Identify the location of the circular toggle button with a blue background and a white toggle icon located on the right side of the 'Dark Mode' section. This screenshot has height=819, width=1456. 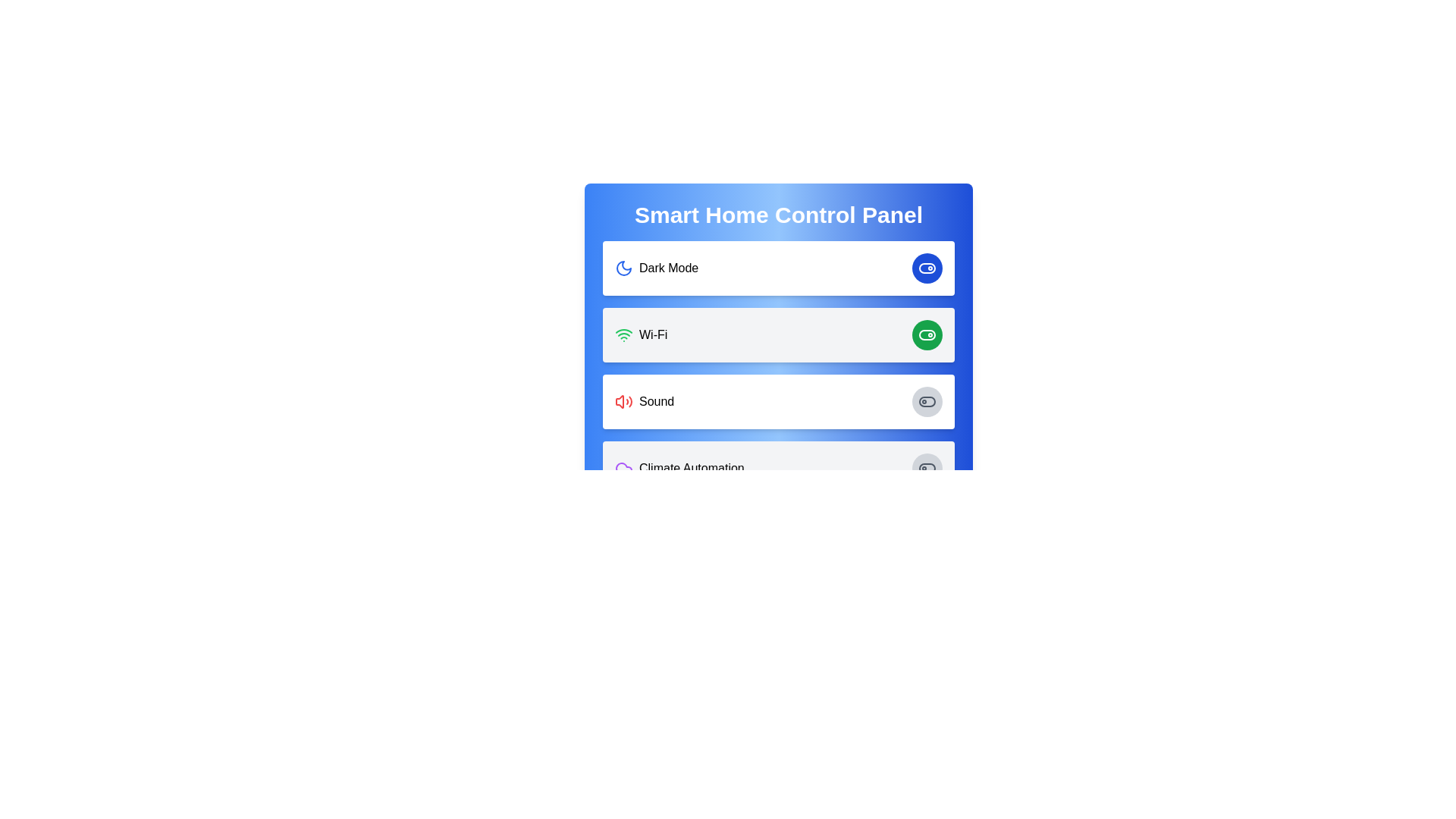
(927, 268).